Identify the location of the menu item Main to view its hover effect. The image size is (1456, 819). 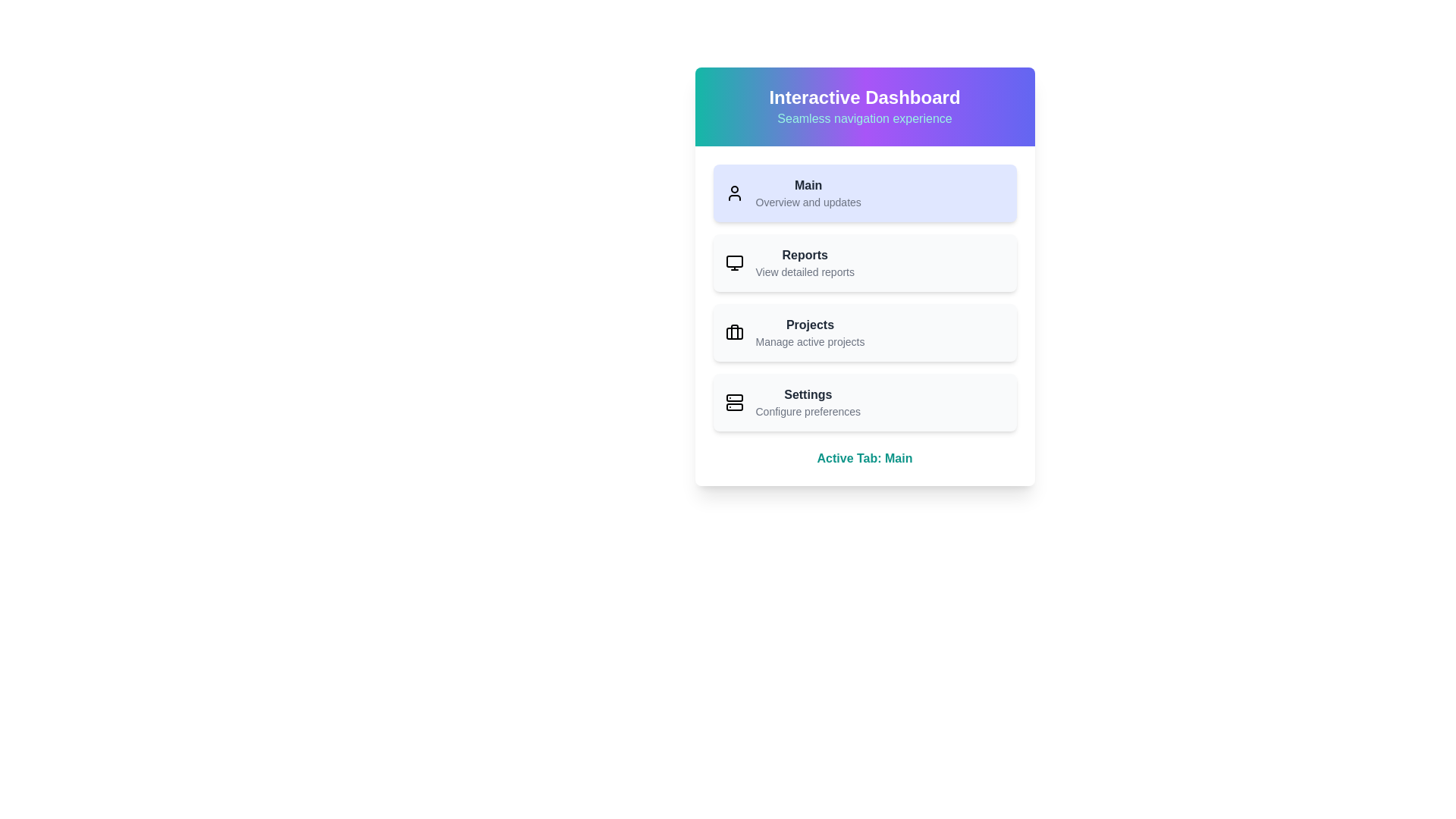
(864, 192).